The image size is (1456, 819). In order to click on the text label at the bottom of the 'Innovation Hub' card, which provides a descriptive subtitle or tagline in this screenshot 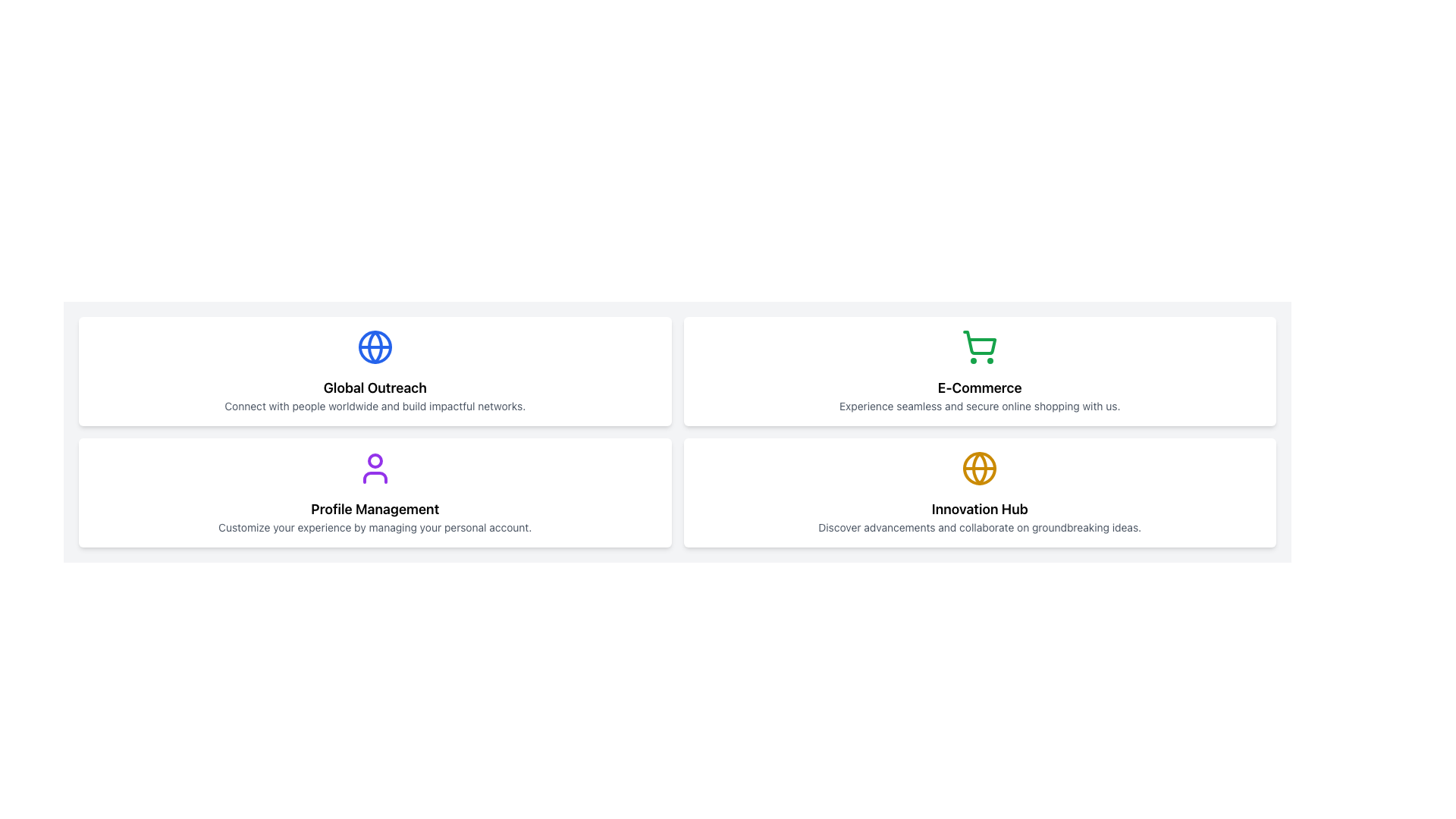, I will do `click(980, 526)`.